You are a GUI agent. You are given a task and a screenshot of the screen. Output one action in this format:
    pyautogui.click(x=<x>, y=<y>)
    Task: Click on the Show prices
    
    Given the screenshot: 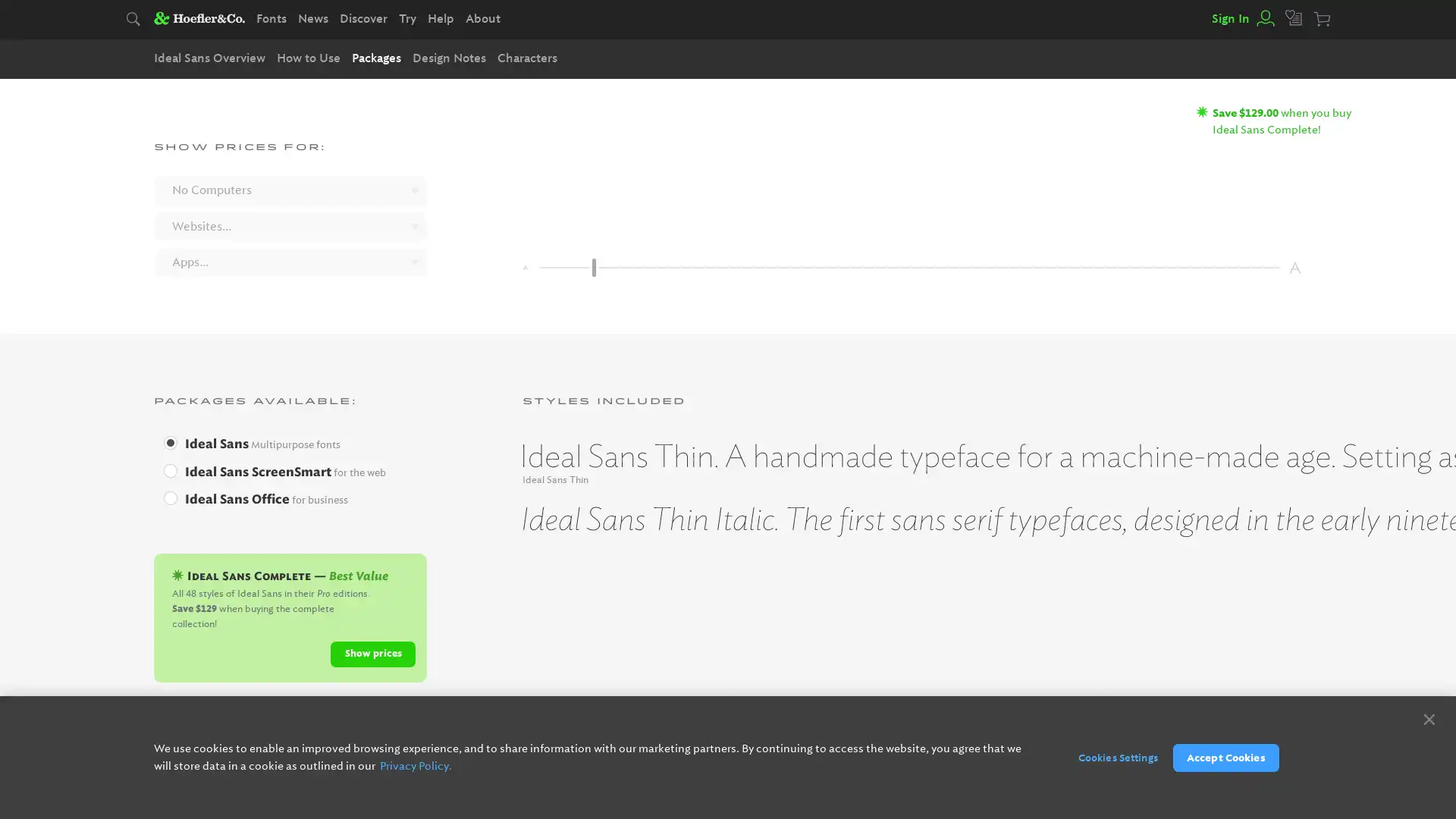 What is the action you would take?
    pyautogui.click(x=372, y=654)
    